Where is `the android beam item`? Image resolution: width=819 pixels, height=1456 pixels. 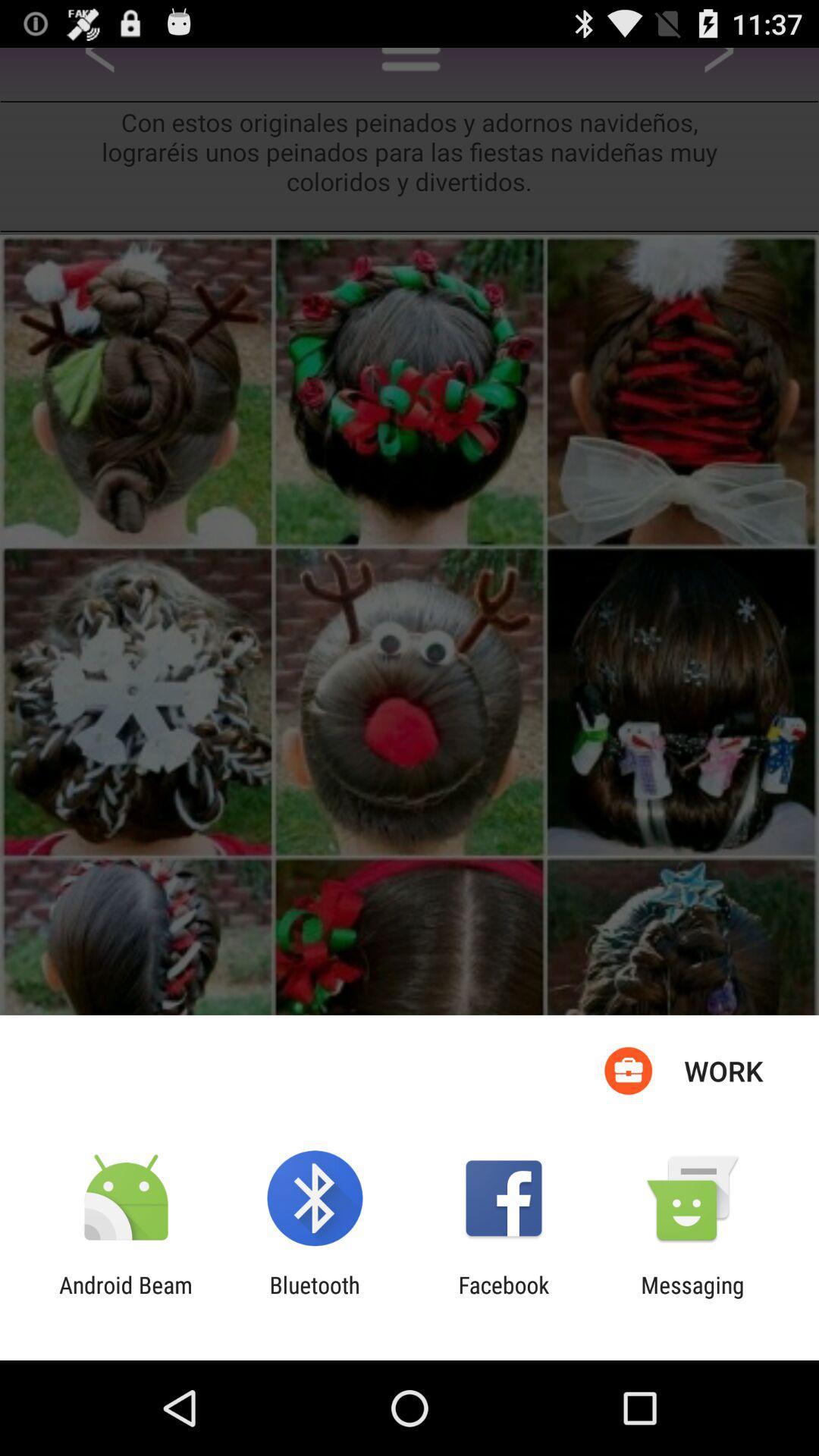
the android beam item is located at coordinates (125, 1298).